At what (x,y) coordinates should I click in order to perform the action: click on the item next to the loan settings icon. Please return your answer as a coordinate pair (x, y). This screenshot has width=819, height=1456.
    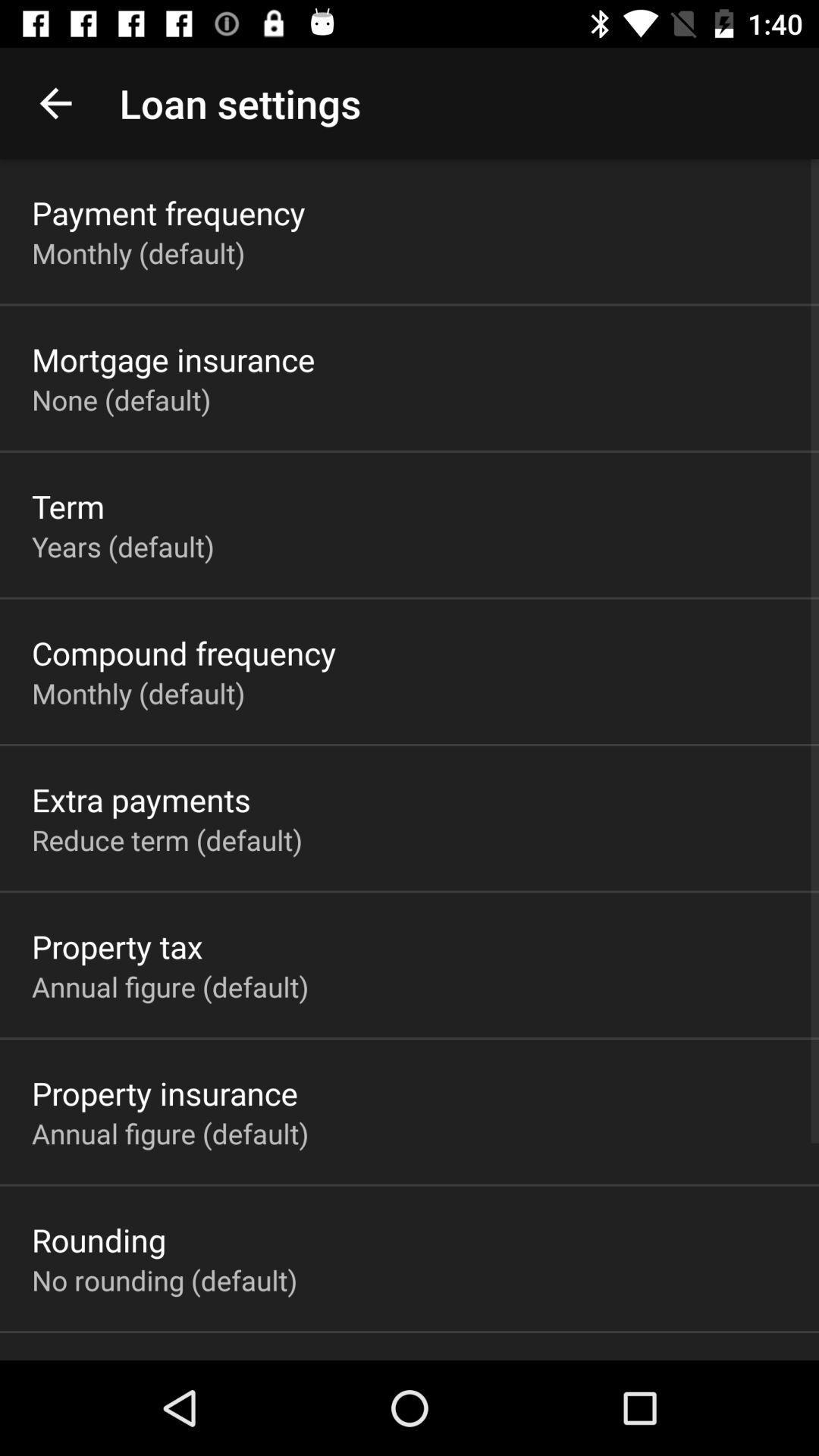
    Looking at the image, I should click on (55, 102).